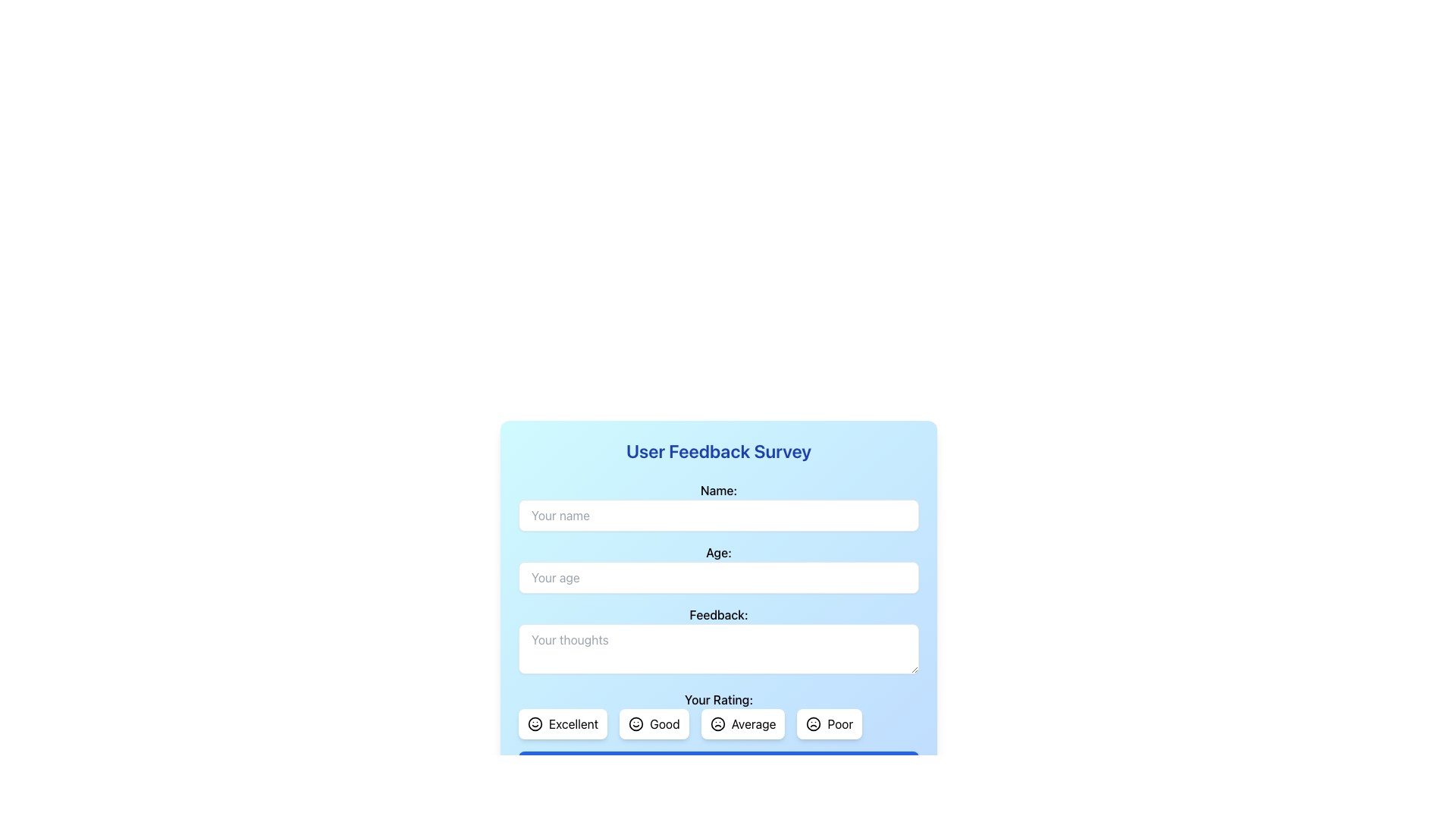 This screenshot has height=819, width=1456. Describe the element at coordinates (718, 632) in the screenshot. I see `to activate the feedback input area located below the 'Age' input field and above the 'Your Rating' section in the user feedback form` at that location.